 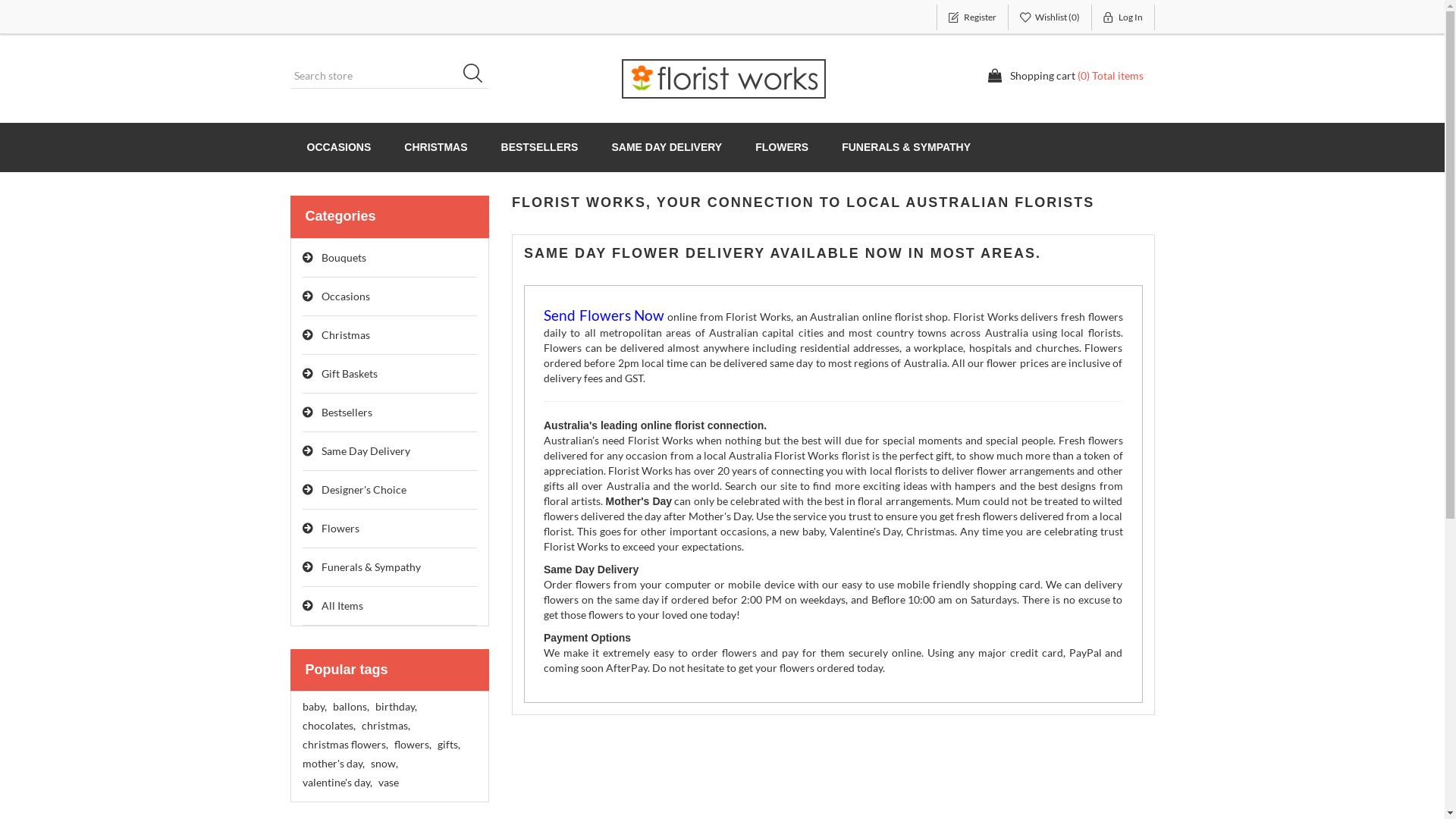 What do you see at coordinates (413, 744) in the screenshot?
I see `'flowers,'` at bounding box center [413, 744].